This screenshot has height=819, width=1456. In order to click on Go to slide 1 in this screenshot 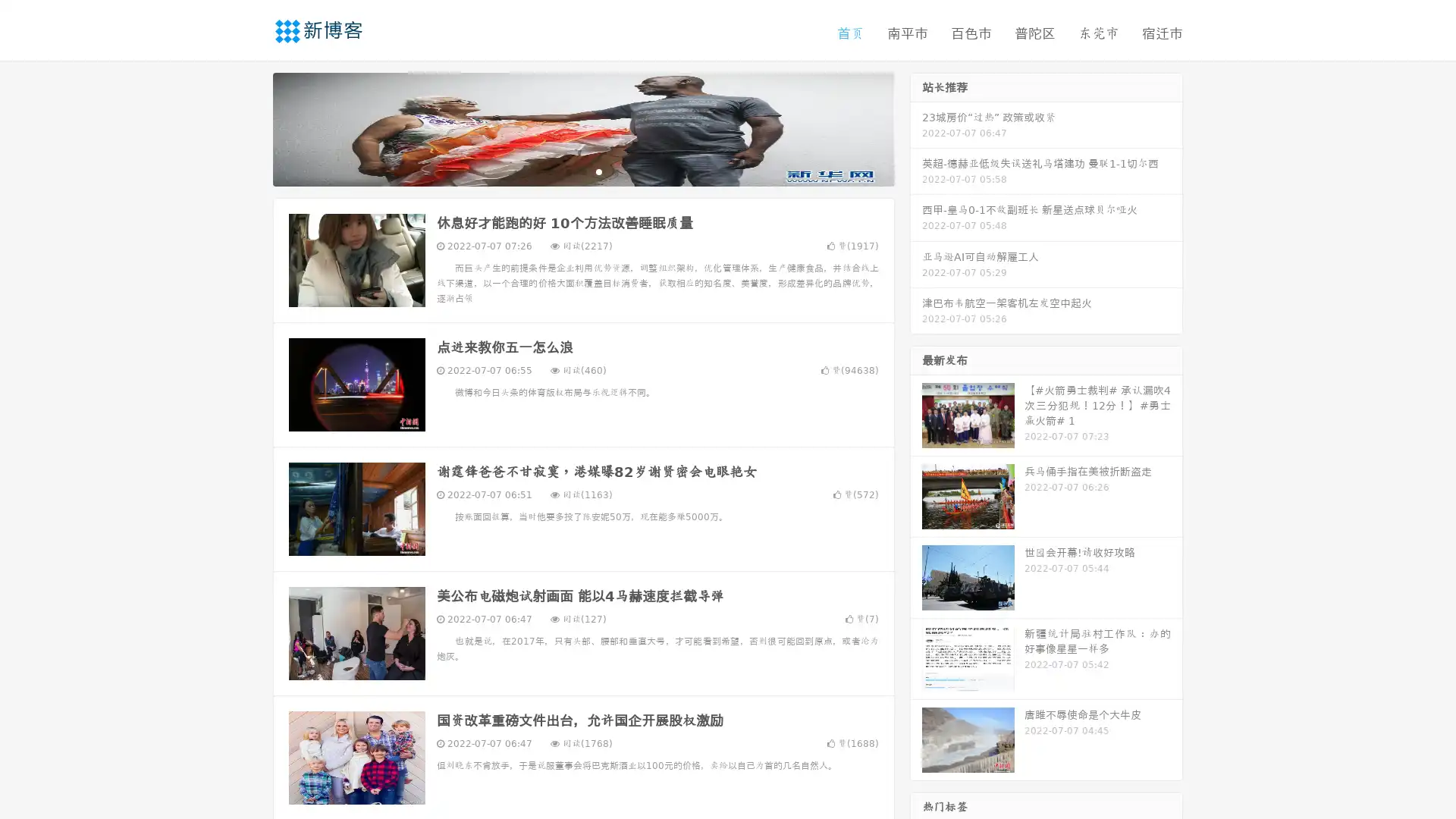, I will do `click(567, 171)`.